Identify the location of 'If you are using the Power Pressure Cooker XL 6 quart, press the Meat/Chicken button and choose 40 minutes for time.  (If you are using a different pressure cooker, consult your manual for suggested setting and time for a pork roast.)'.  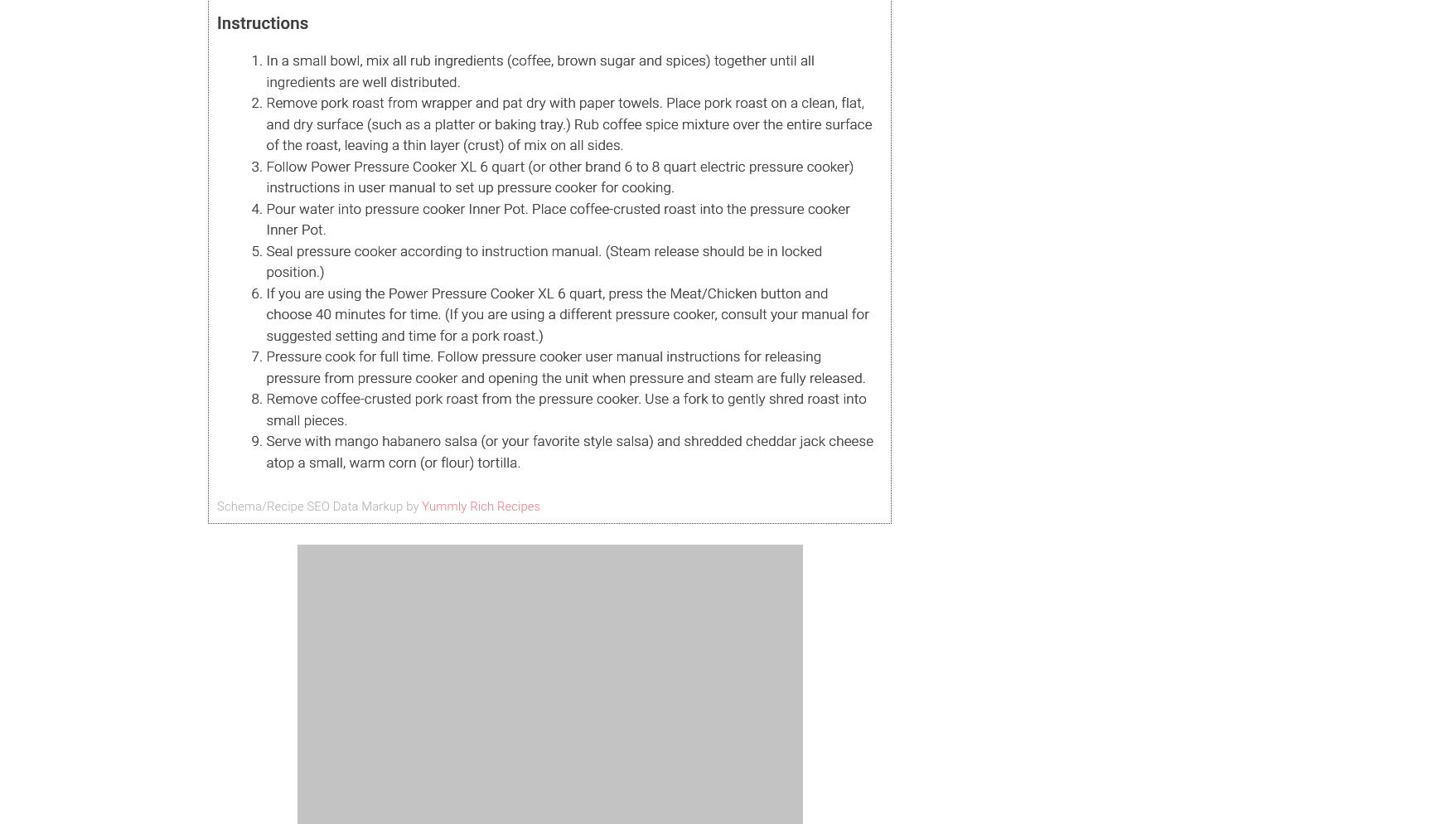
(567, 313).